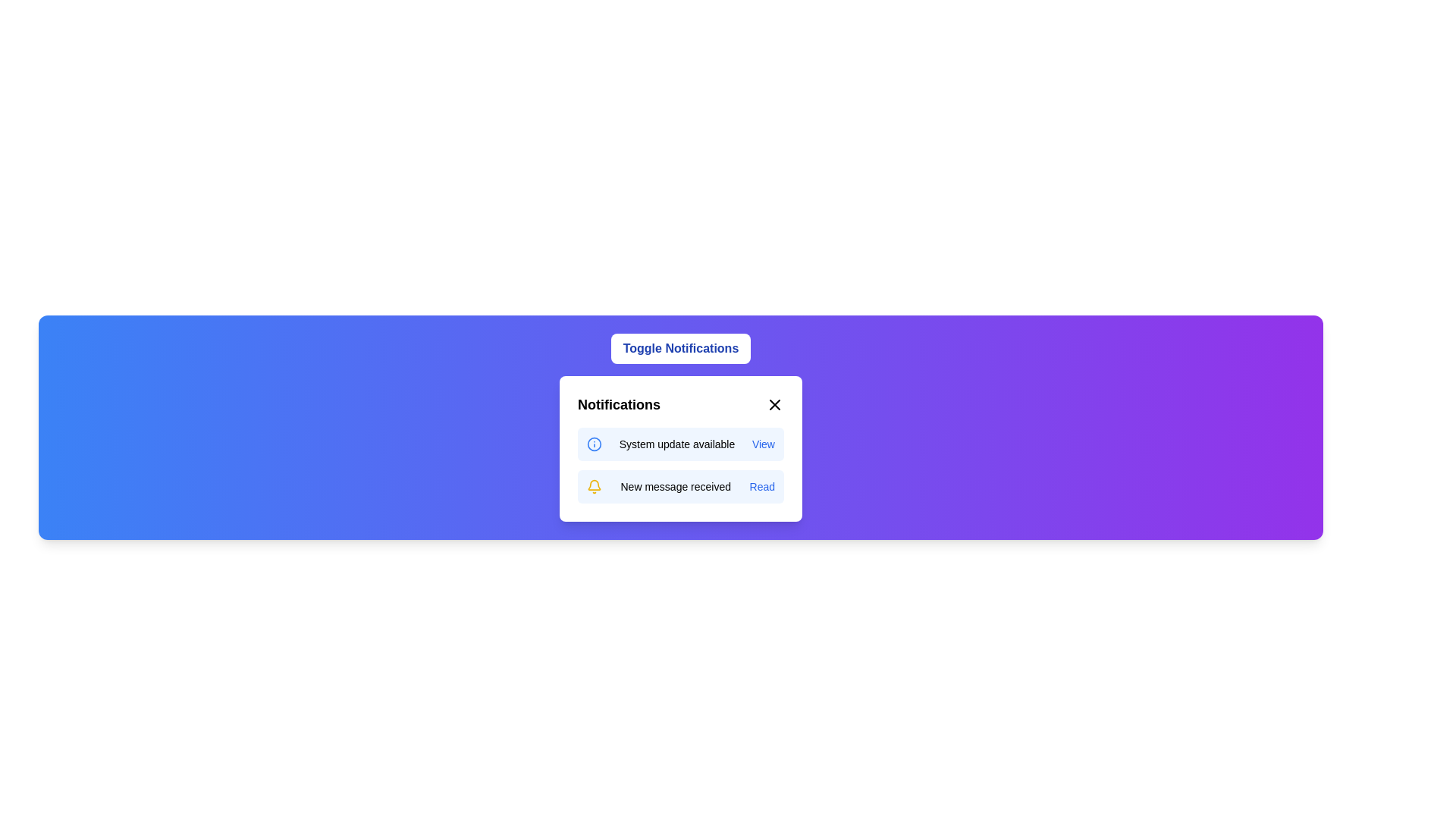 This screenshot has height=819, width=1456. What do you see at coordinates (619, 403) in the screenshot?
I see `bold 'Notifications' text label located on the left side of the notifications modal header` at bounding box center [619, 403].